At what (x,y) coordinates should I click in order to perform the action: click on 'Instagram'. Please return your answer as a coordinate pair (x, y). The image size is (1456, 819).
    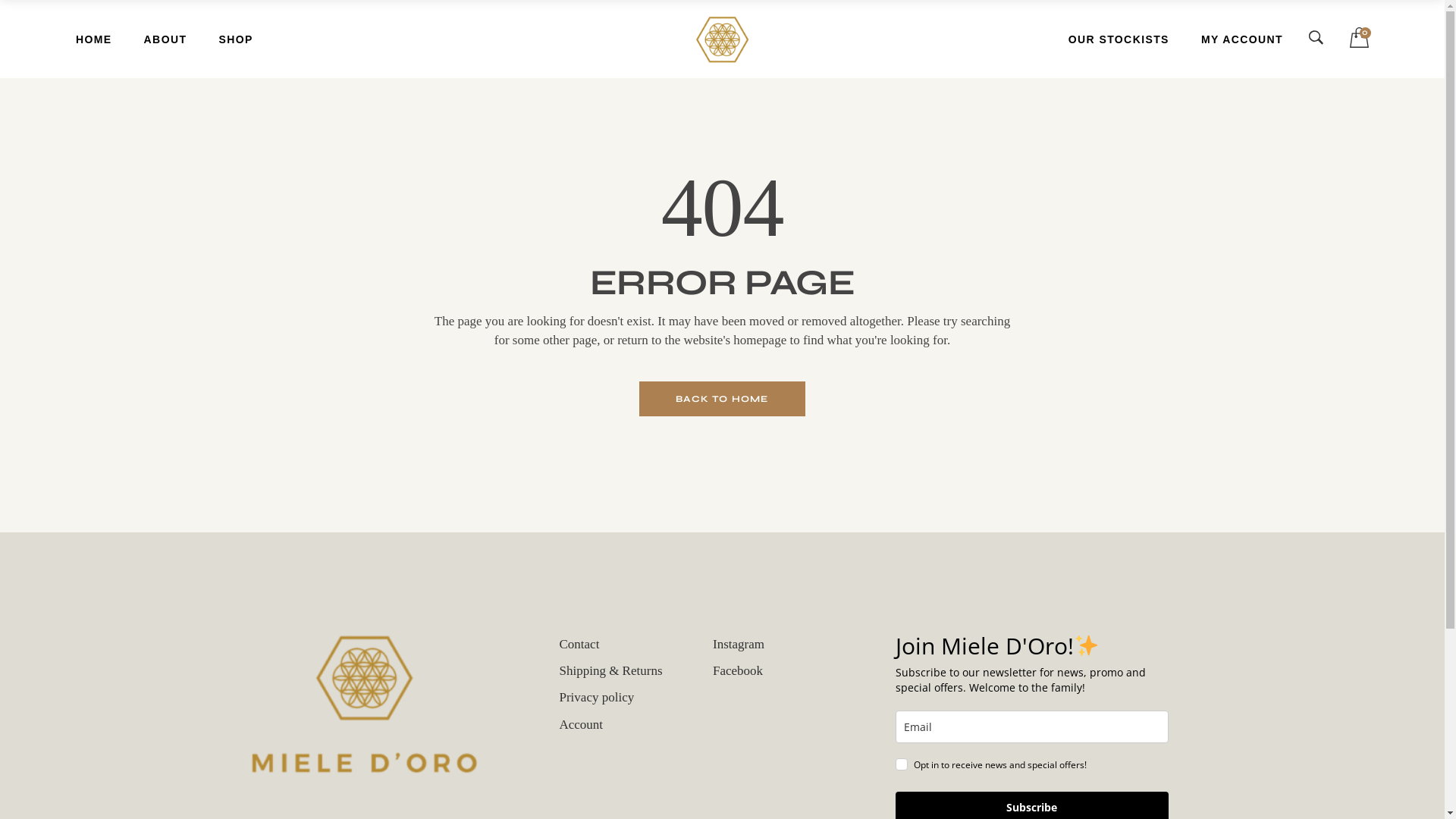
    Looking at the image, I should click on (739, 644).